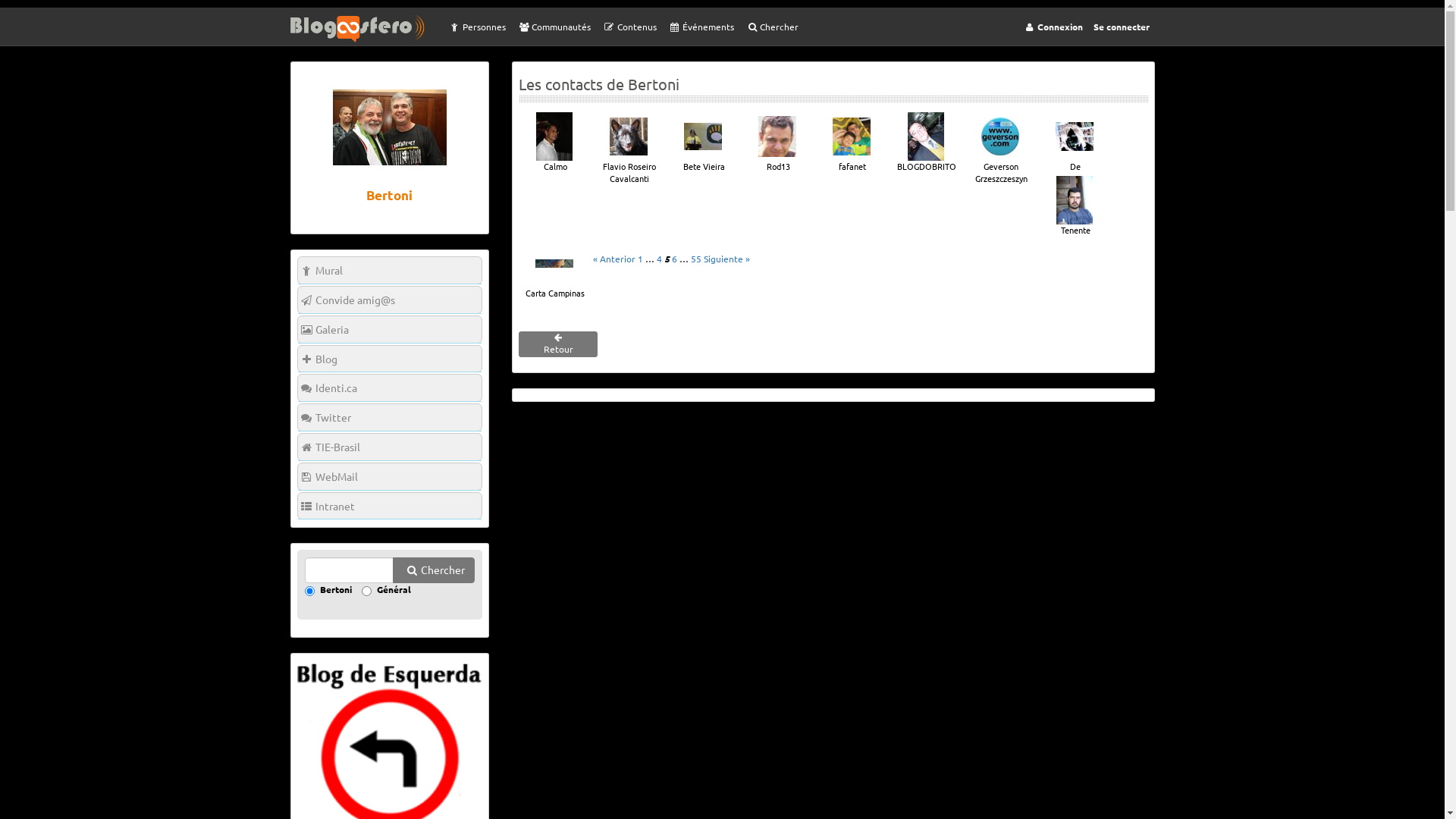 This screenshot has height=819, width=1456. Describe the element at coordinates (673, 257) in the screenshot. I see `'6'` at that location.